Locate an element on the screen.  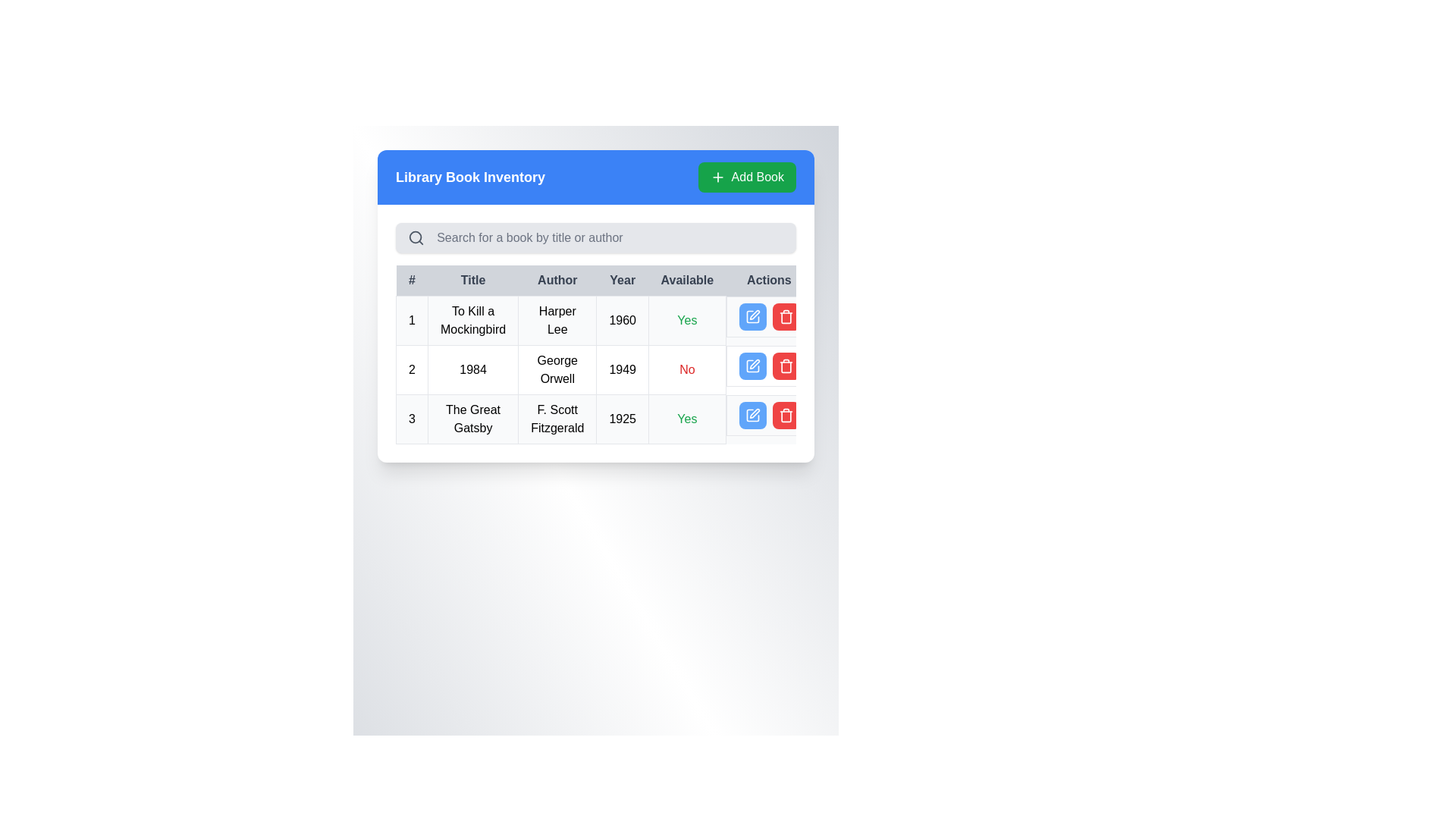
the blue rectangular button with a pencil icon in the 'Actions' column of the second row is located at coordinates (752, 366).